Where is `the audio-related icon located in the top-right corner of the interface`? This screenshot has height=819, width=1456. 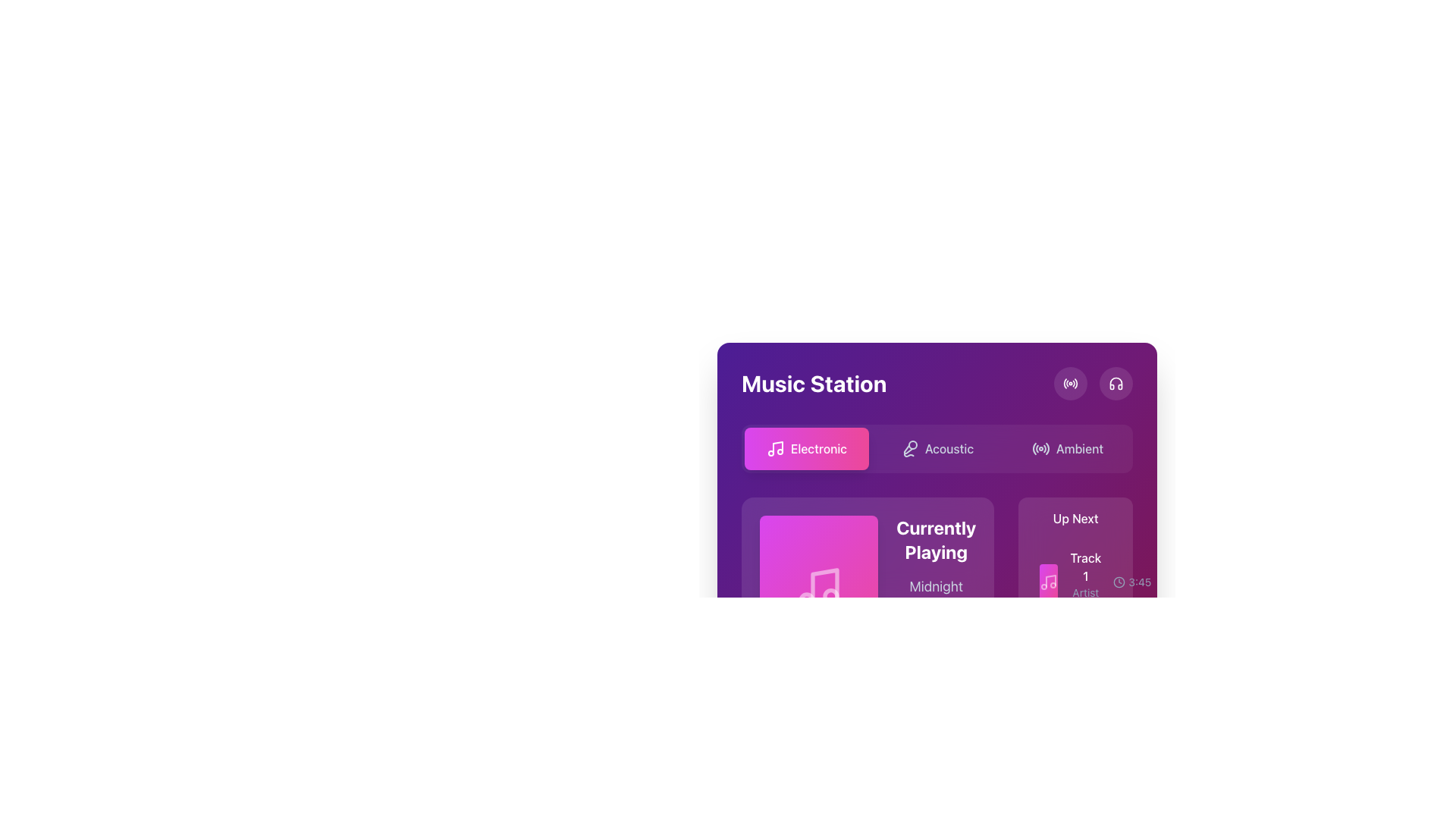
the audio-related icon located in the top-right corner of the interface is located at coordinates (1116, 382).